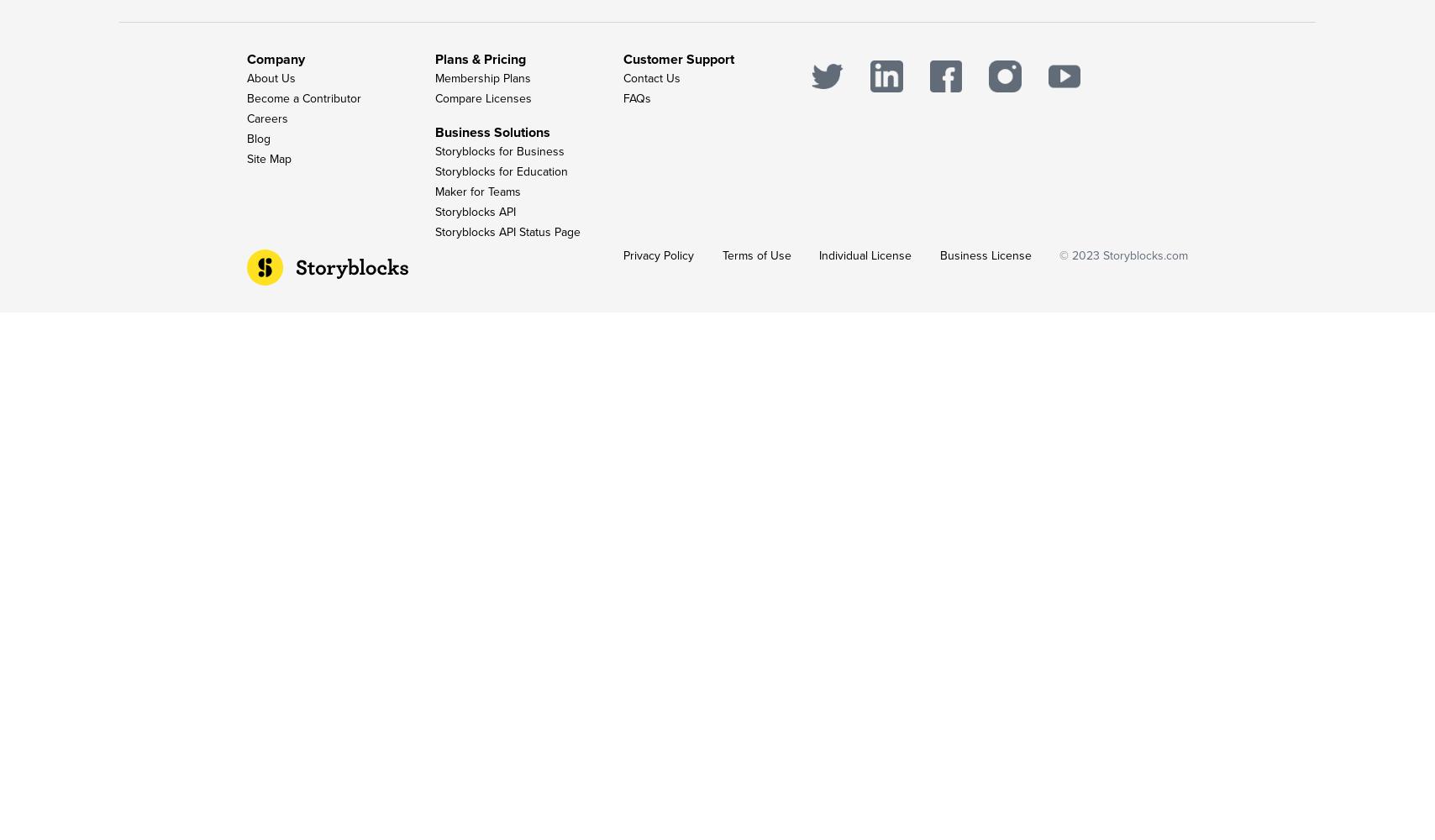 This screenshot has height=840, width=1435. I want to click on 'Storyblocks.com', so click(1145, 255).